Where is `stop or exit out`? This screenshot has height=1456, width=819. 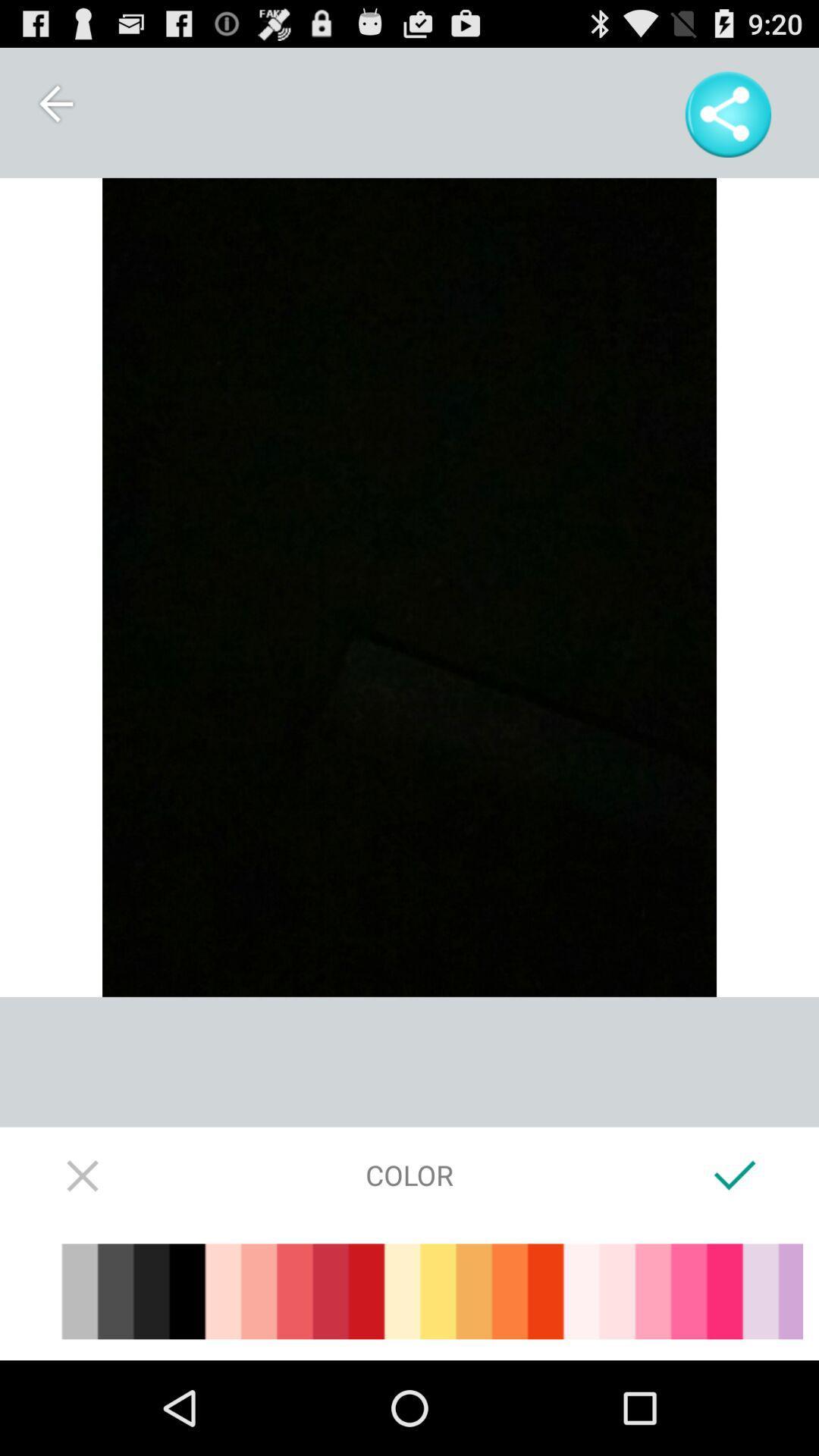 stop or exit out is located at coordinates (83, 1174).